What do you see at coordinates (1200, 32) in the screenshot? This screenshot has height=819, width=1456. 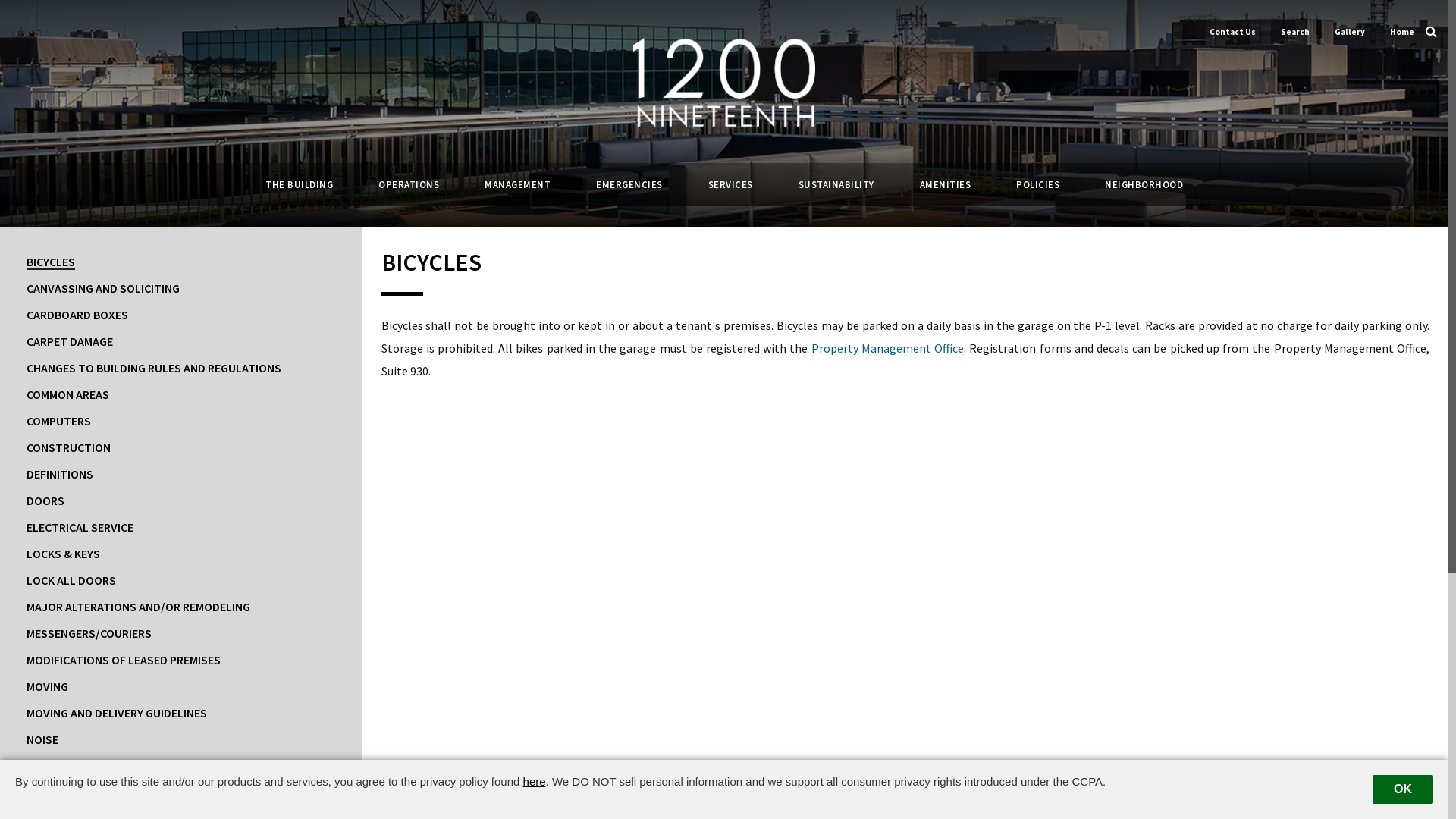 I see `'Contact Us'` at bounding box center [1200, 32].